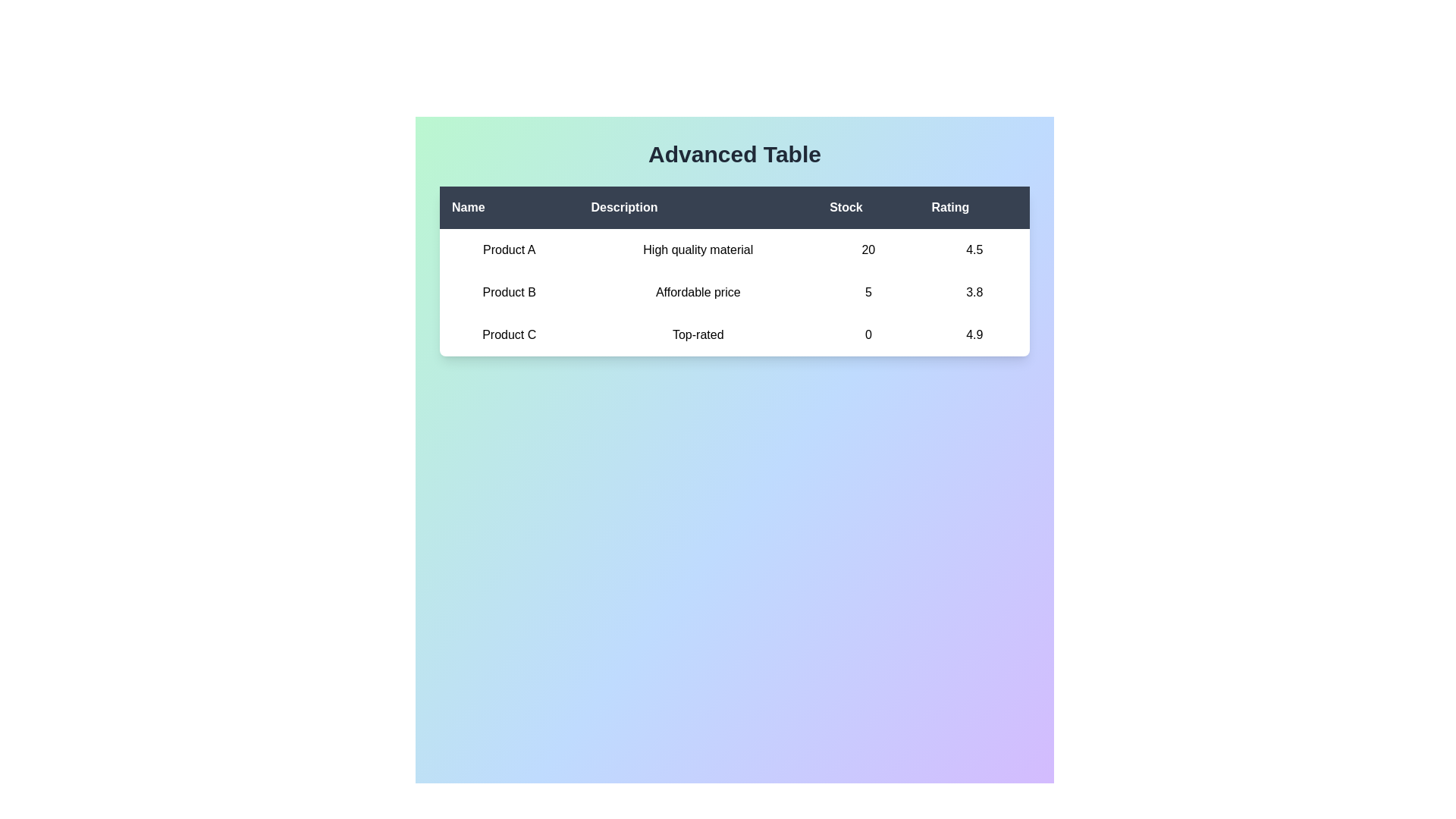  What do you see at coordinates (974, 249) in the screenshot?
I see `the static text displaying the rating of 'Product A' located in the first row of the table under the 'Rating' column, to the right of the stock information` at bounding box center [974, 249].